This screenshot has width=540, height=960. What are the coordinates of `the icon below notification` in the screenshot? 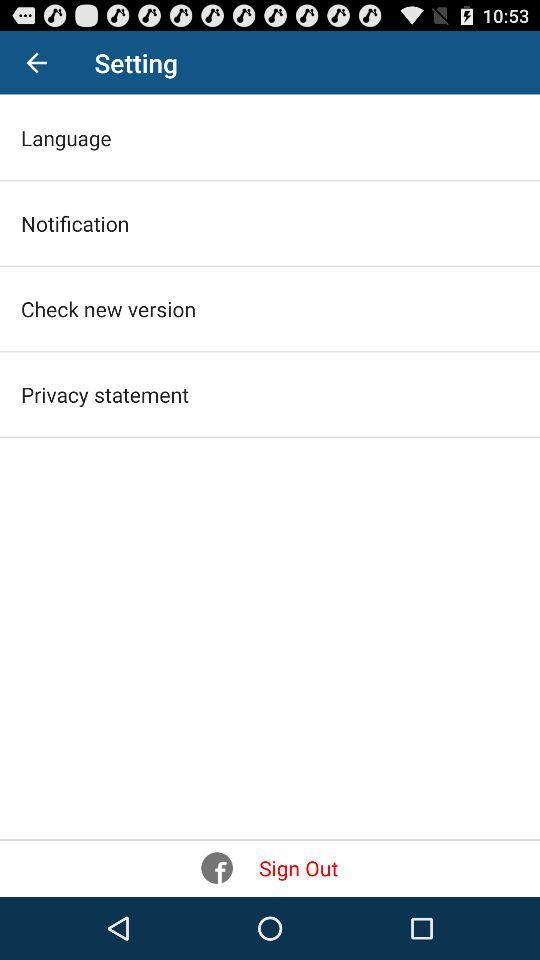 It's located at (108, 309).